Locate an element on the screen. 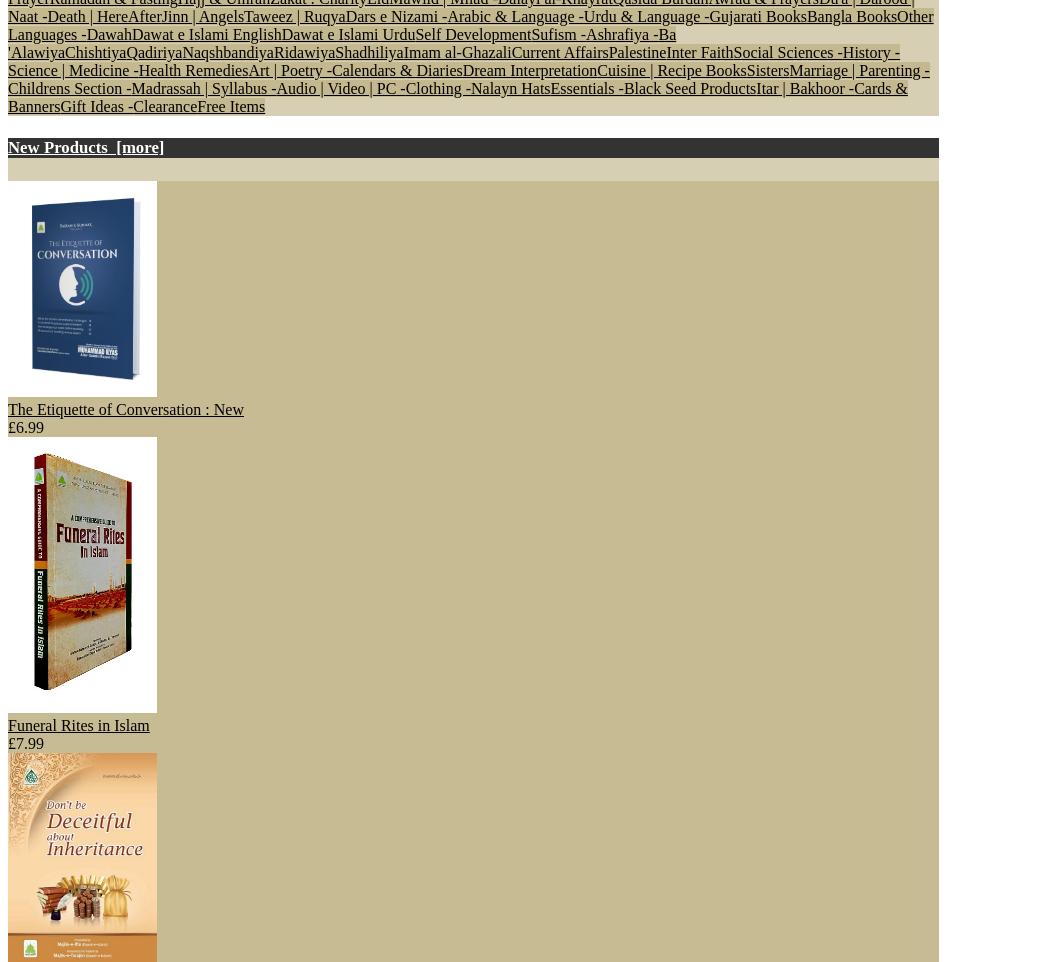 This screenshot has width=1050, height=962. 'Nalayn Hats' is located at coordinates (509, 87).